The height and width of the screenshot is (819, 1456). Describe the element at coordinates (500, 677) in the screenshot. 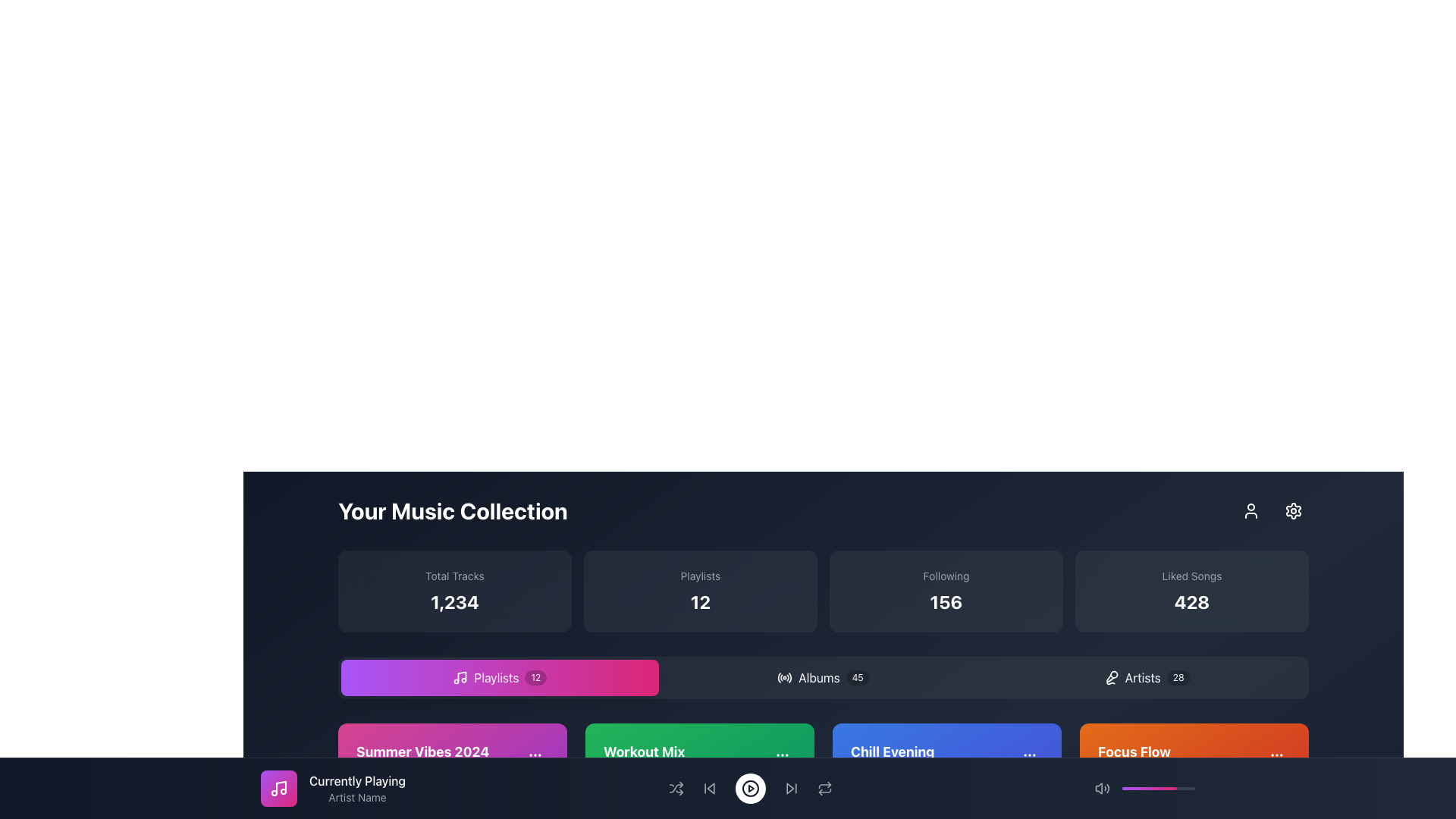

I see `the horizontally elongated rectangular button labeled 'Playlists' with a music note icon and a badge showing '12'` at that location.